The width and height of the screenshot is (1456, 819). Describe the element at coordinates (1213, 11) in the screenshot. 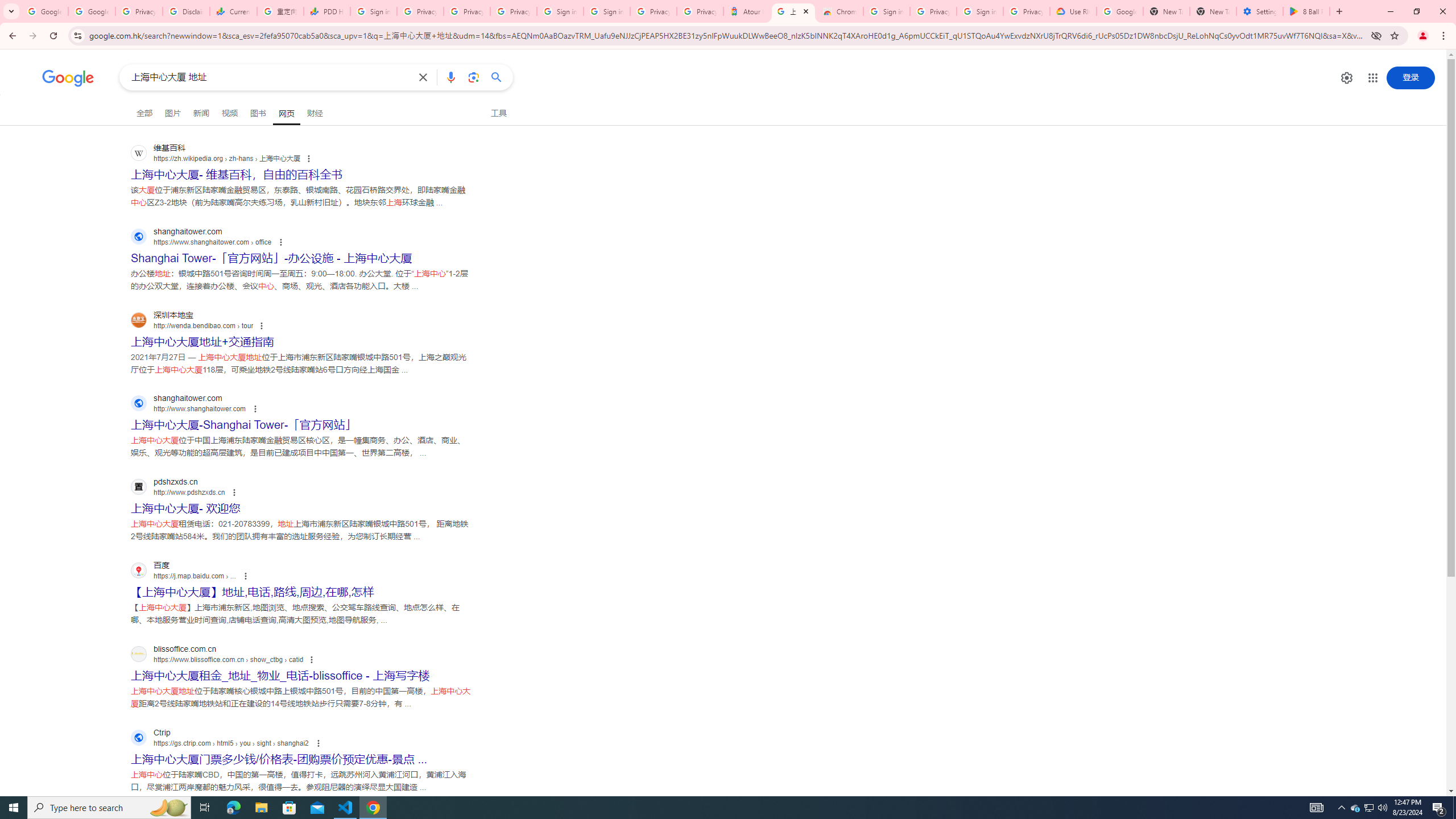

I see `'New Tab'` at that location.